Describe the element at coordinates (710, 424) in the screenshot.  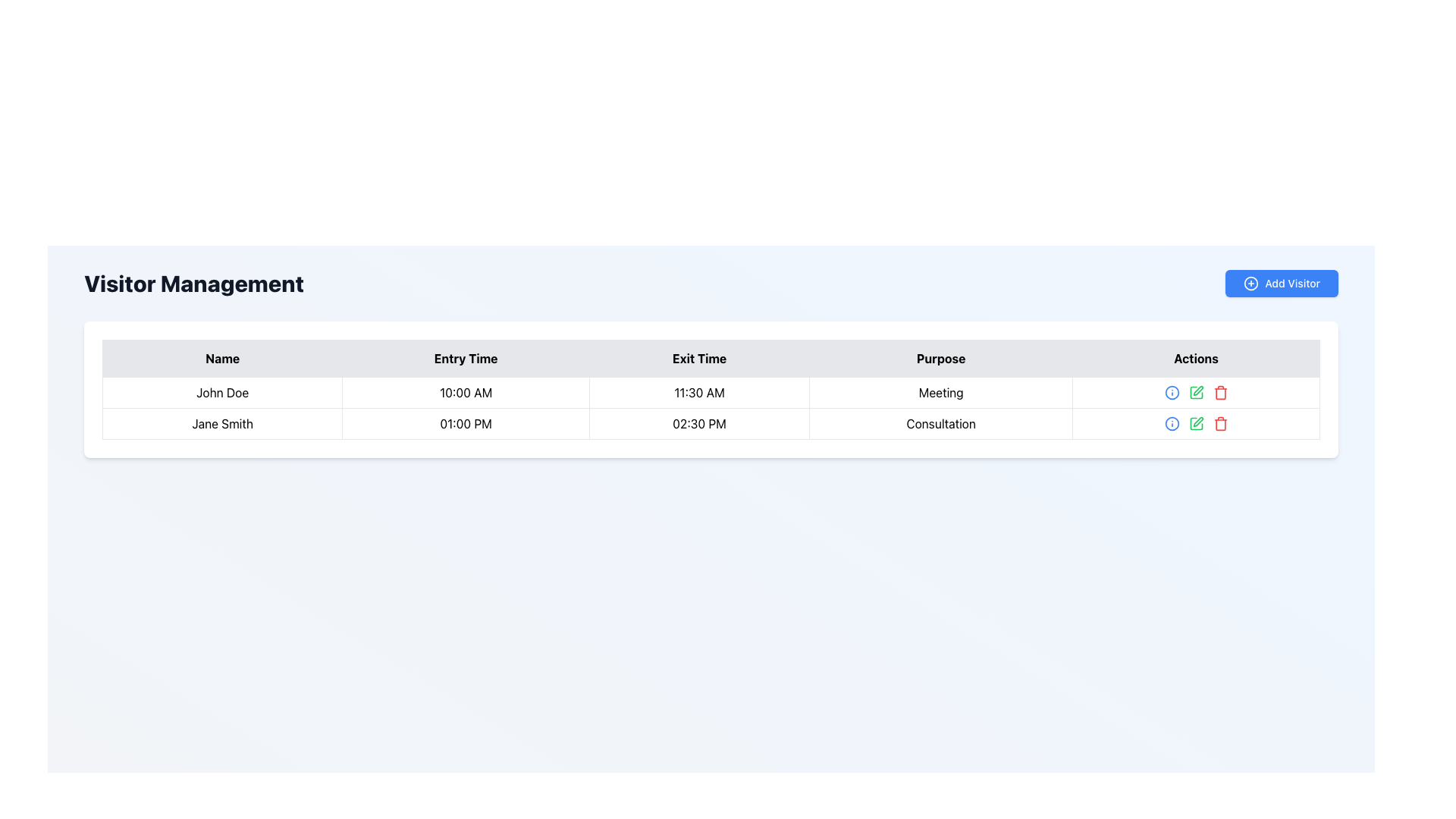
I see `the second row of the visitor management system table, which displays the visitor's name, entry and exit times, and purpose of the visit` at that location.